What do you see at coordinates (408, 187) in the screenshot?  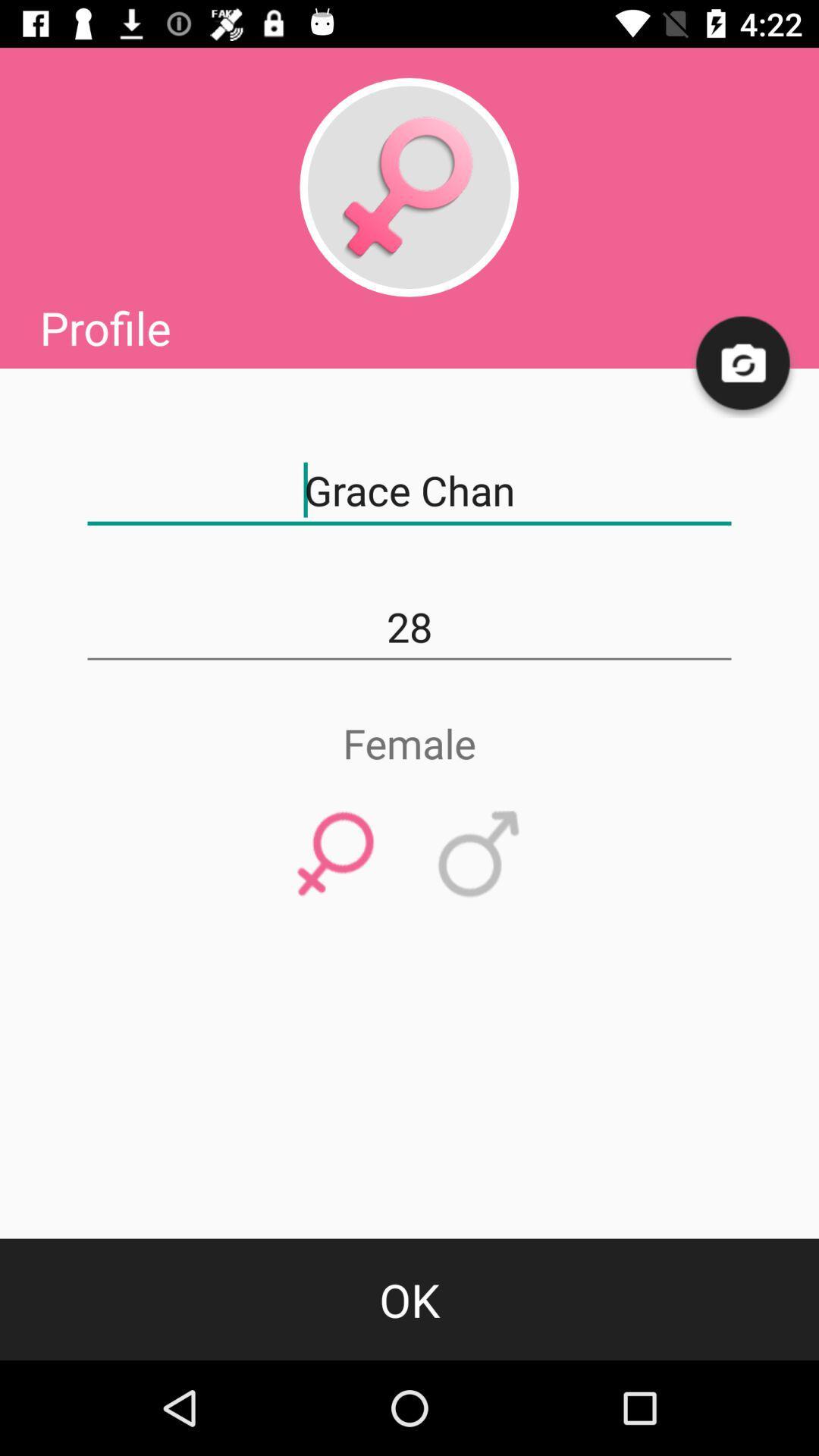 I see `profile photo` at bounding box center [408, 187].